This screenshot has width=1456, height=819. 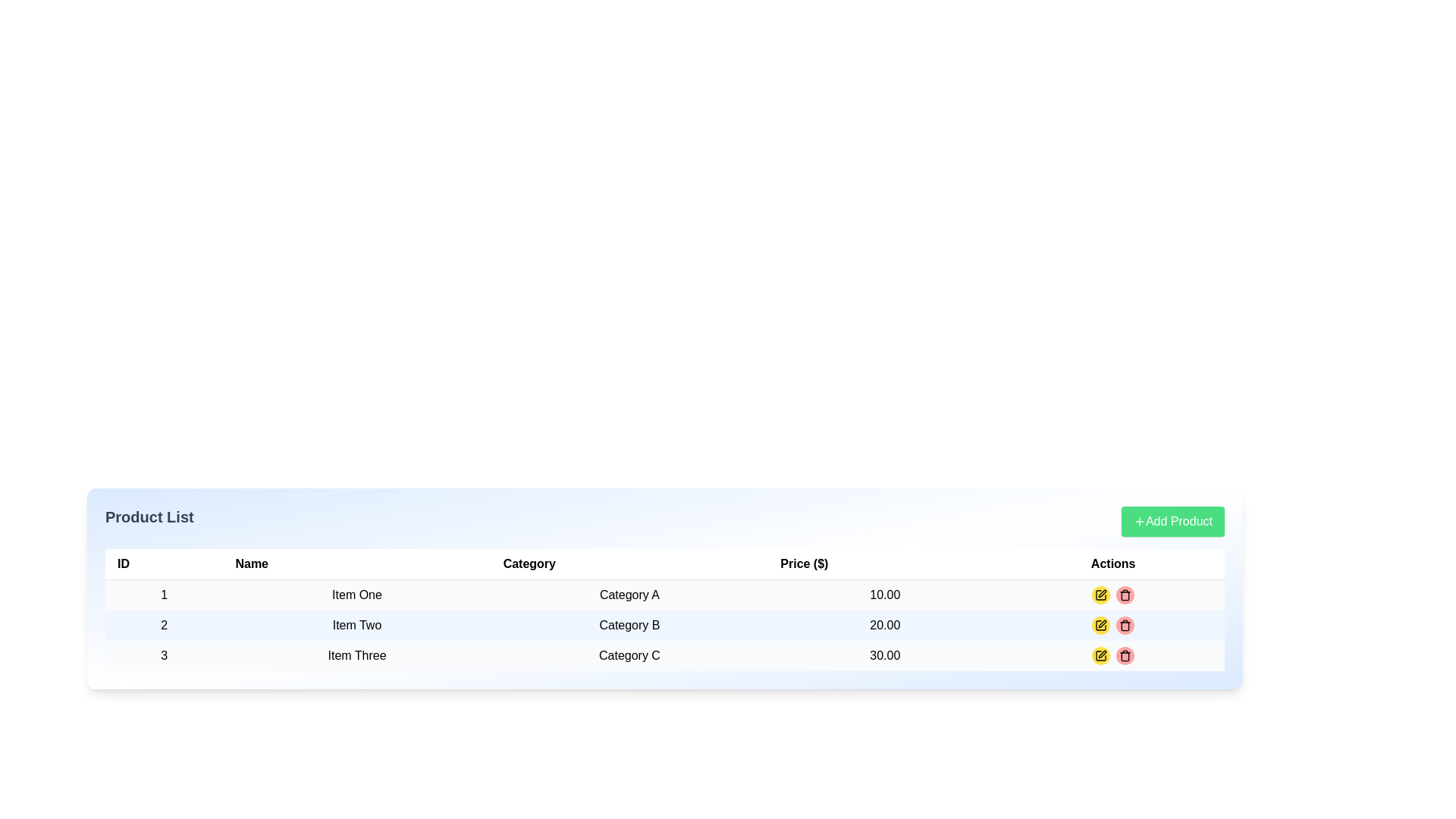 I want to click on the text display element that shows 'Category B' in the 'Category' column of the data table located beneath the header 'Product List', so click(x=629, y=626).